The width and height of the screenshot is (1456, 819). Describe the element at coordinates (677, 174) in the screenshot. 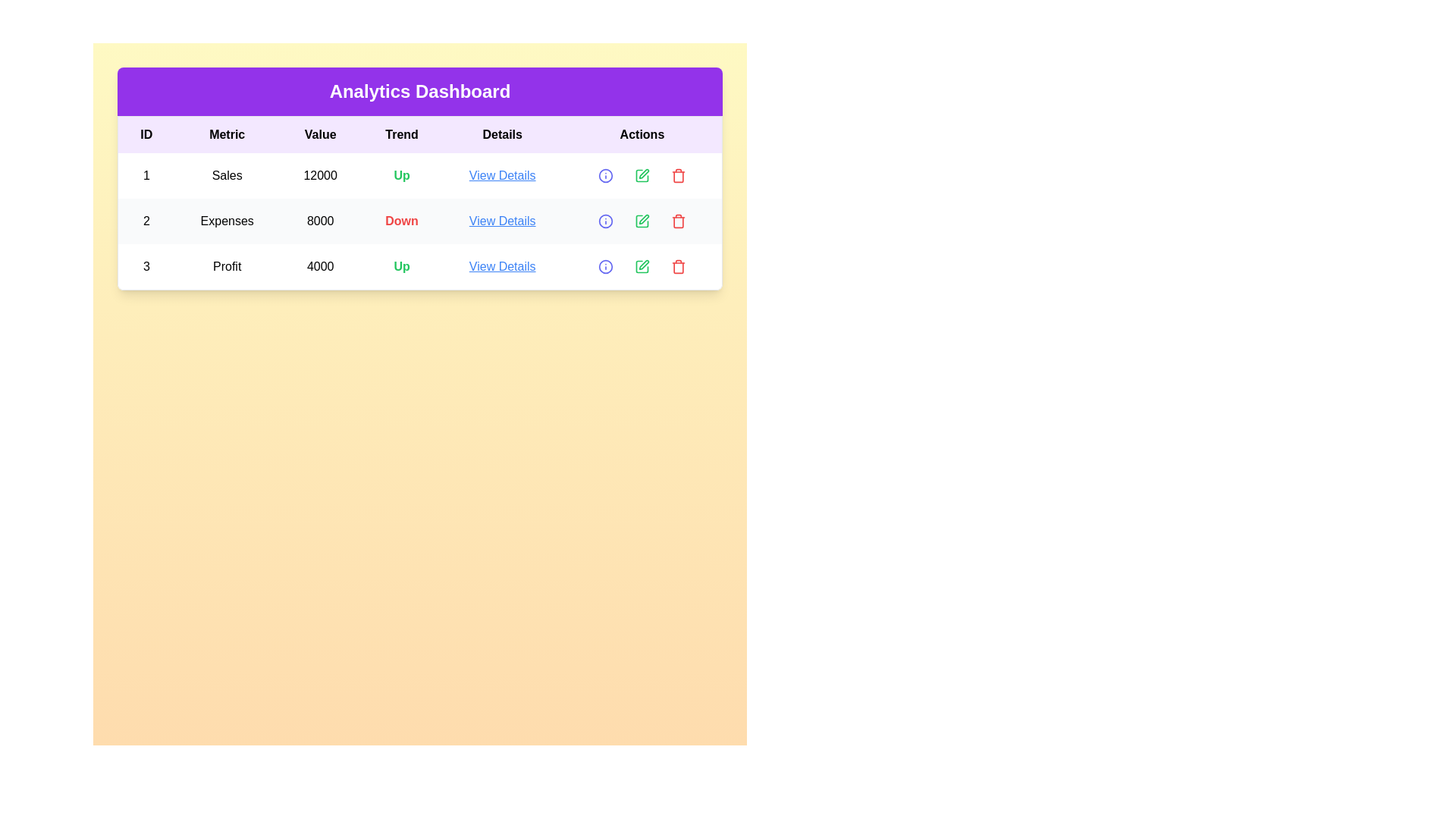

I see `the trash can icon in the 'Actions' column of the data table for the 'Sales' metric to possibly display a tooltip outlining its function` at that location.